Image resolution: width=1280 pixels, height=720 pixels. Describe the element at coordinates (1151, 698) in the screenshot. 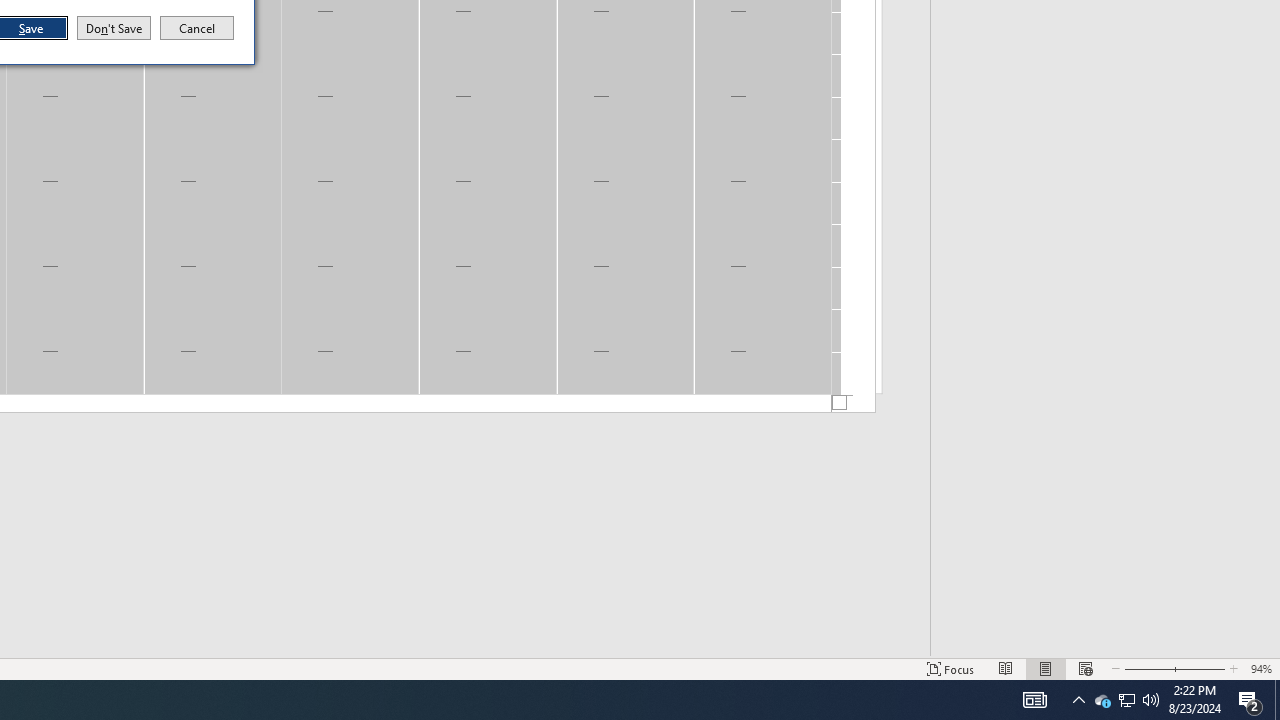

I see `'Q2790: 100%'` at that location.